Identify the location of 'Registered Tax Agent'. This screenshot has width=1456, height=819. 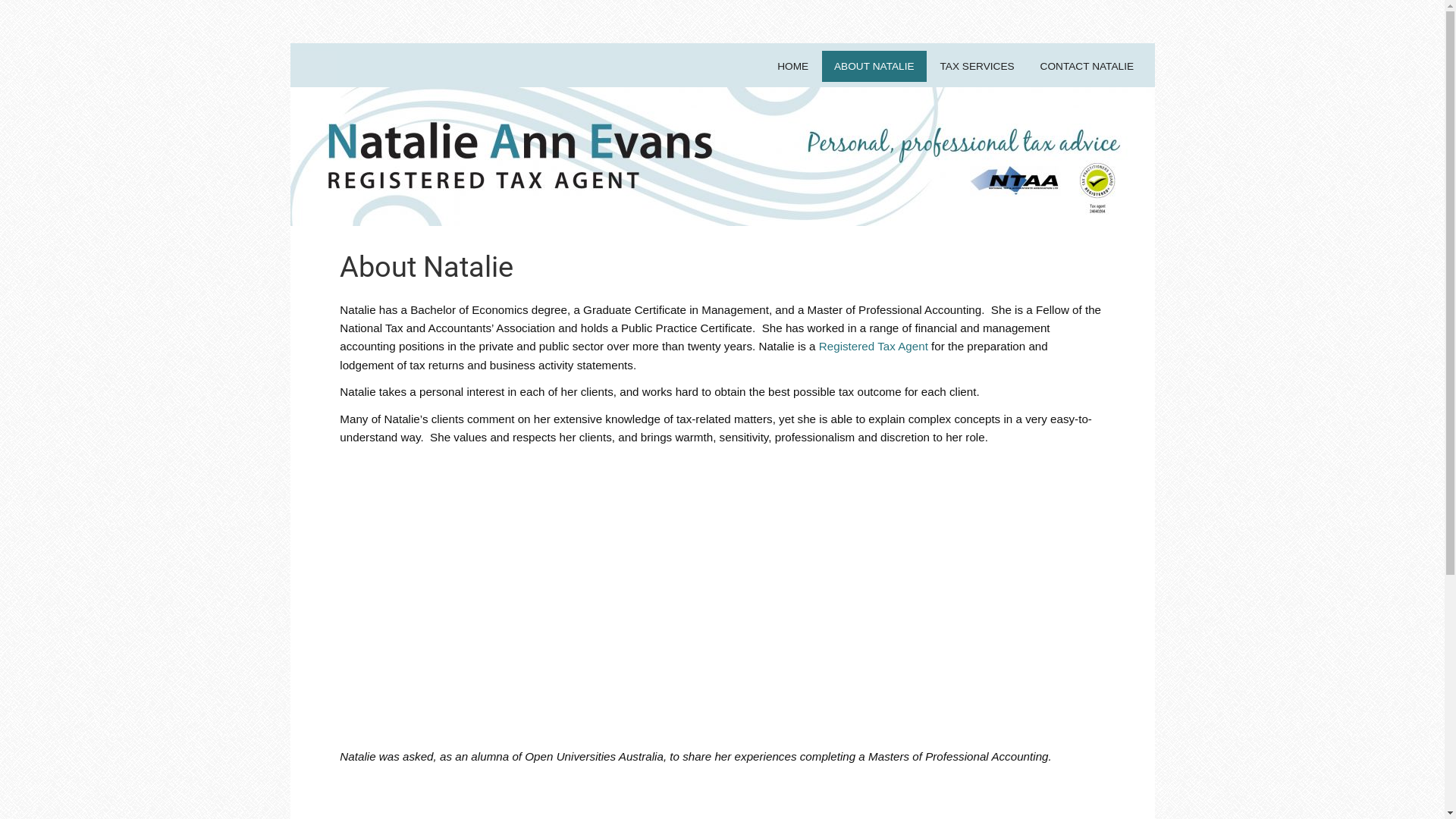
(874, 346).